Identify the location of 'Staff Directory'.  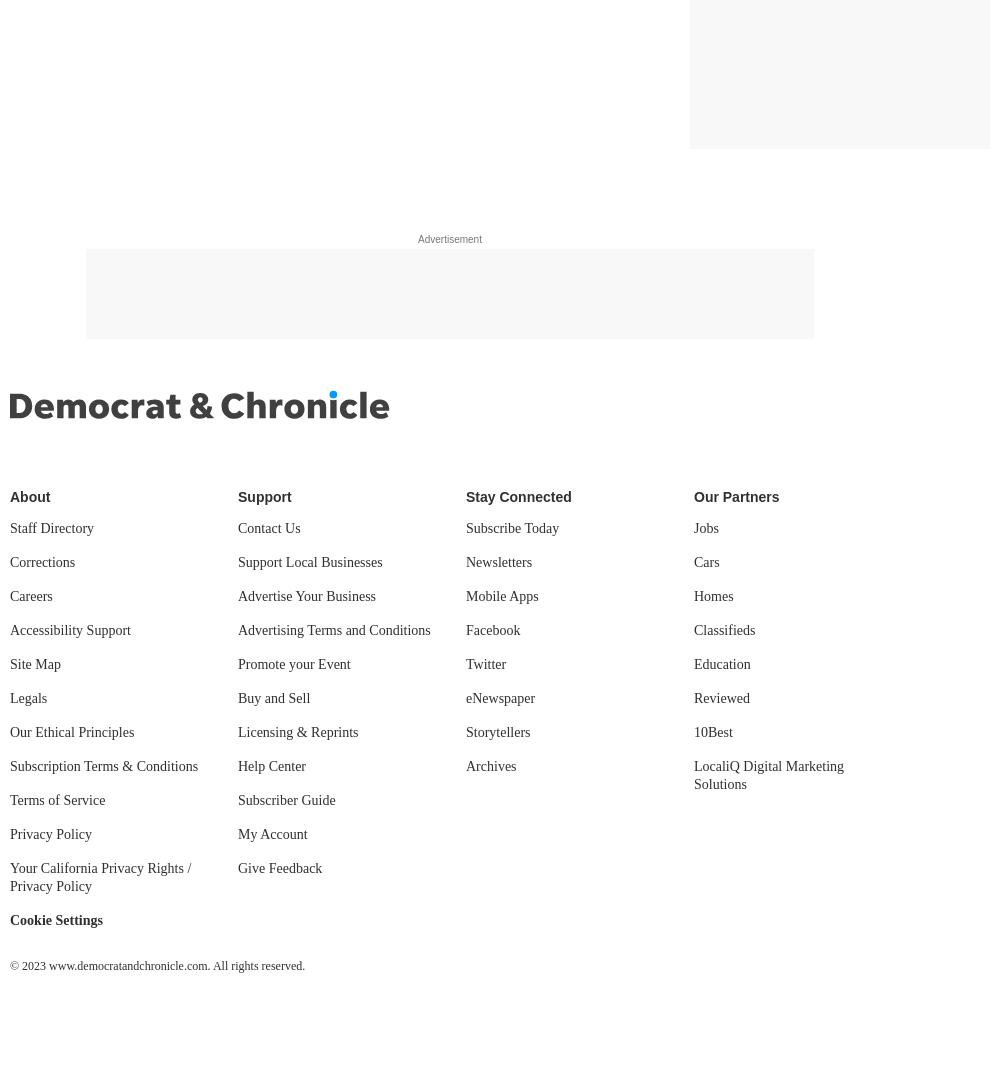
(52, 528).